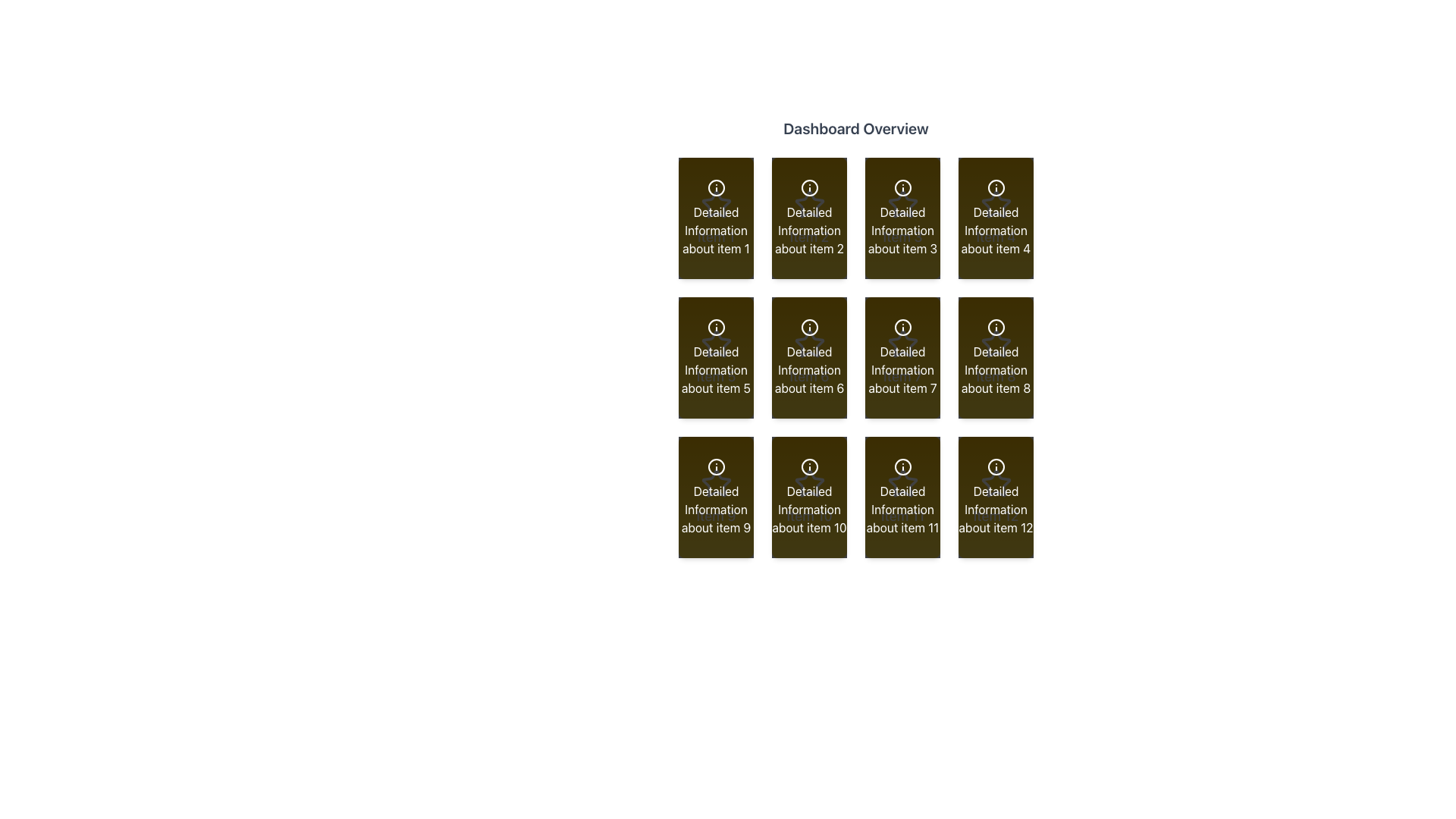 The image size is (1456, 819). I want to click on the static text label that serves as a title for the card containing 'Detailed Information about item 3', located in the third column of the first row, so click(902, 237).